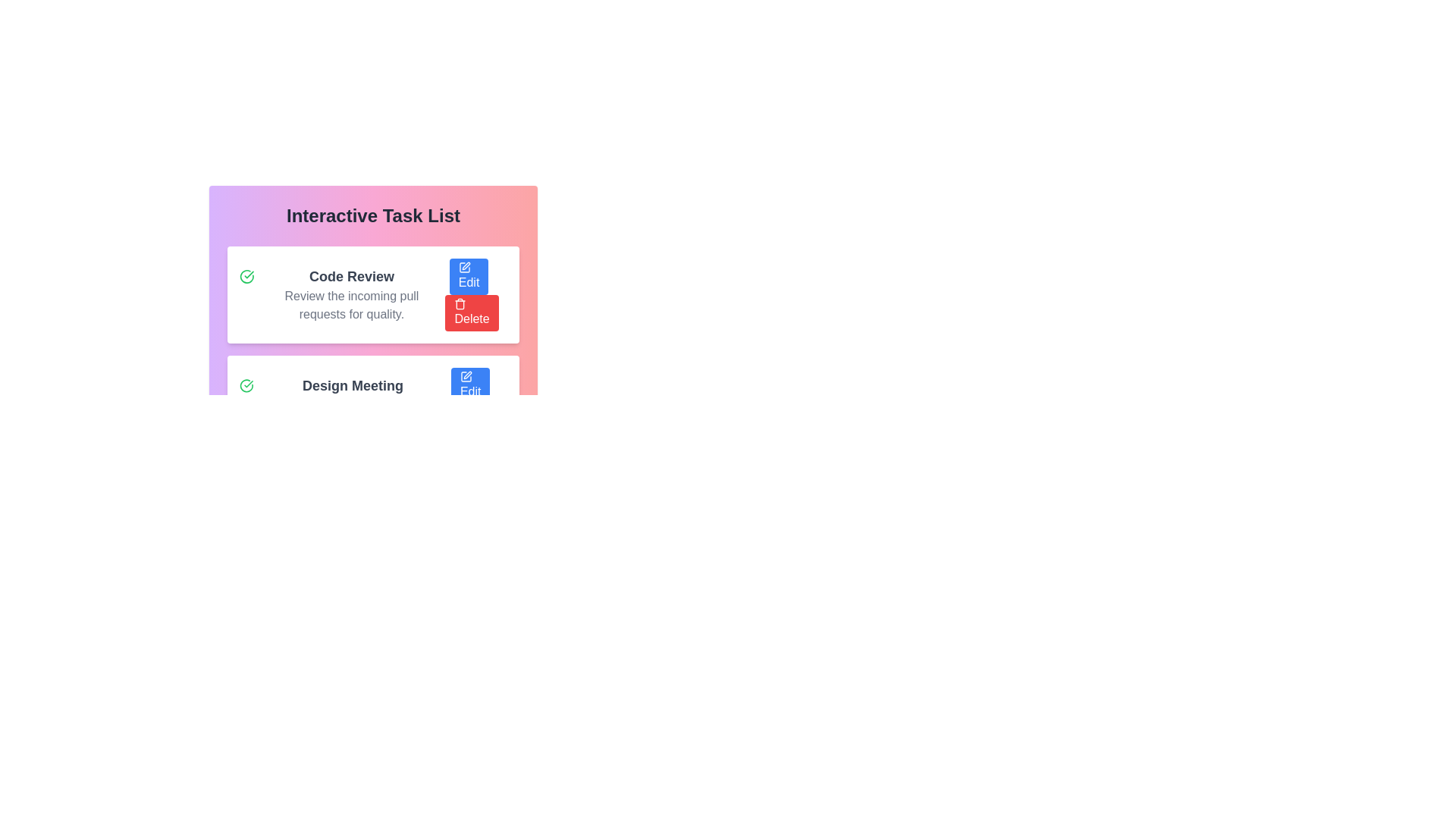  Describe the element at coordinates (471, 312) in the screenshot. I see `delete button for the task with the title Code Review` at that location.